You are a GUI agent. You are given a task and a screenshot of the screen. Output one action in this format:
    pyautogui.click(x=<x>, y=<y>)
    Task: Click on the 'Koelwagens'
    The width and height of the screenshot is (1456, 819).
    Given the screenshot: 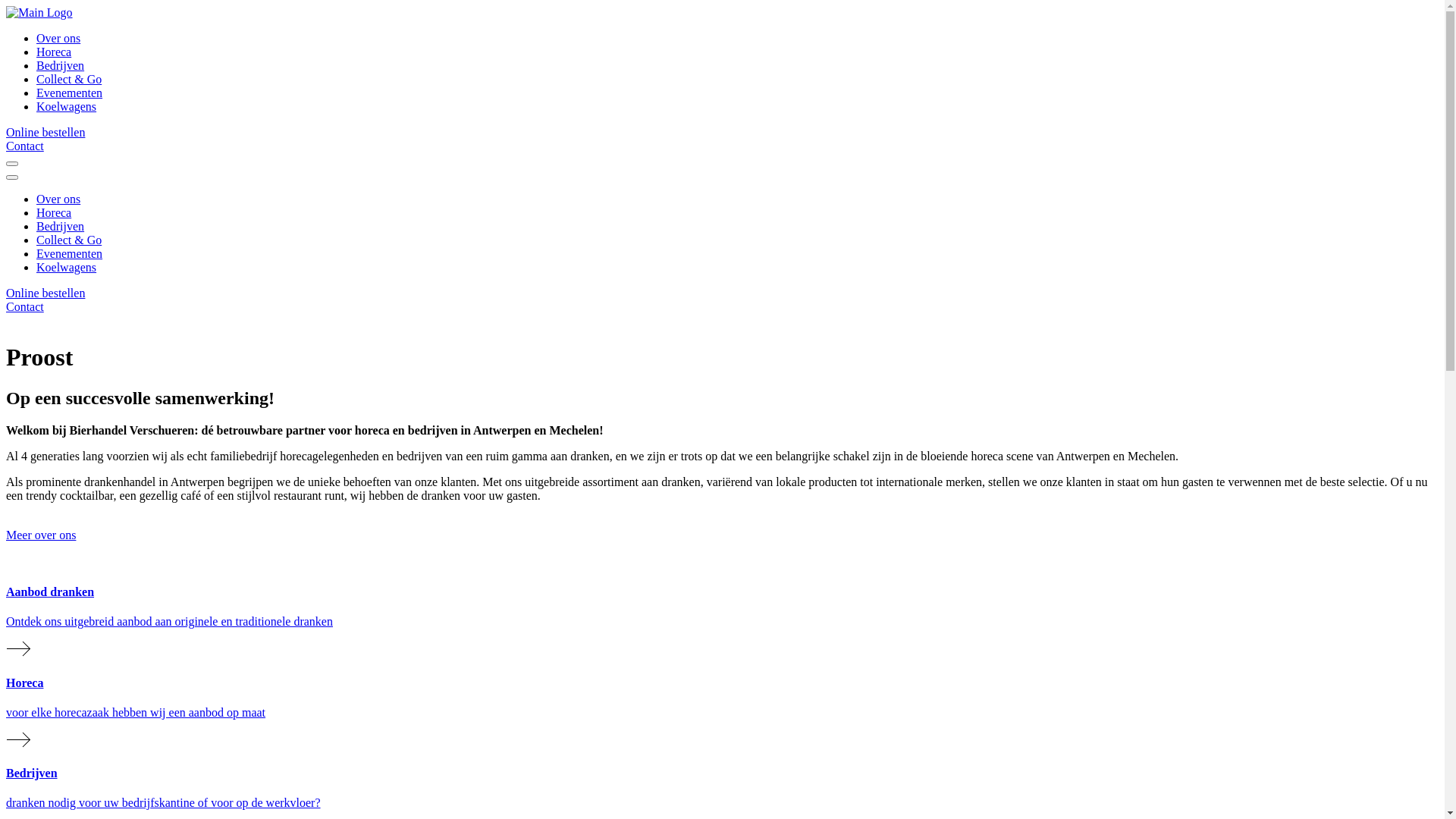 What is the action you would take?
    pyautogui.click(x=36, y=266)
    